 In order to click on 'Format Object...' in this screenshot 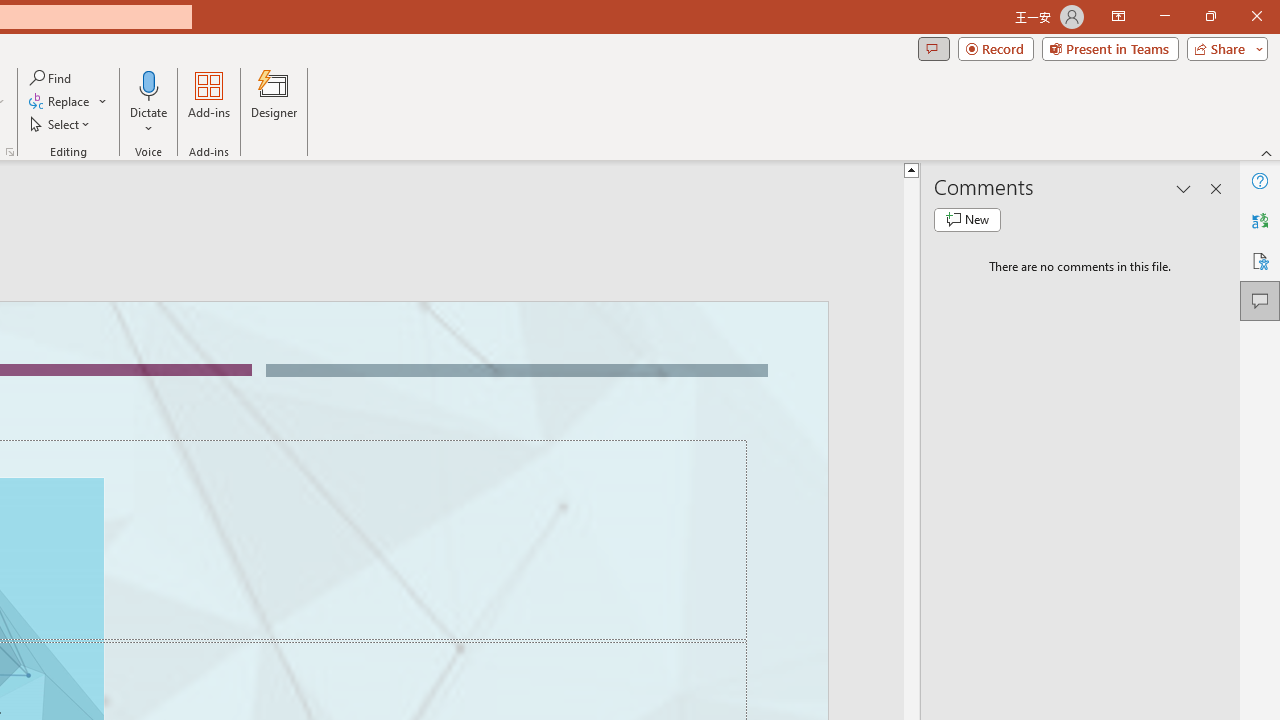, I will do `click(10, 150)`.